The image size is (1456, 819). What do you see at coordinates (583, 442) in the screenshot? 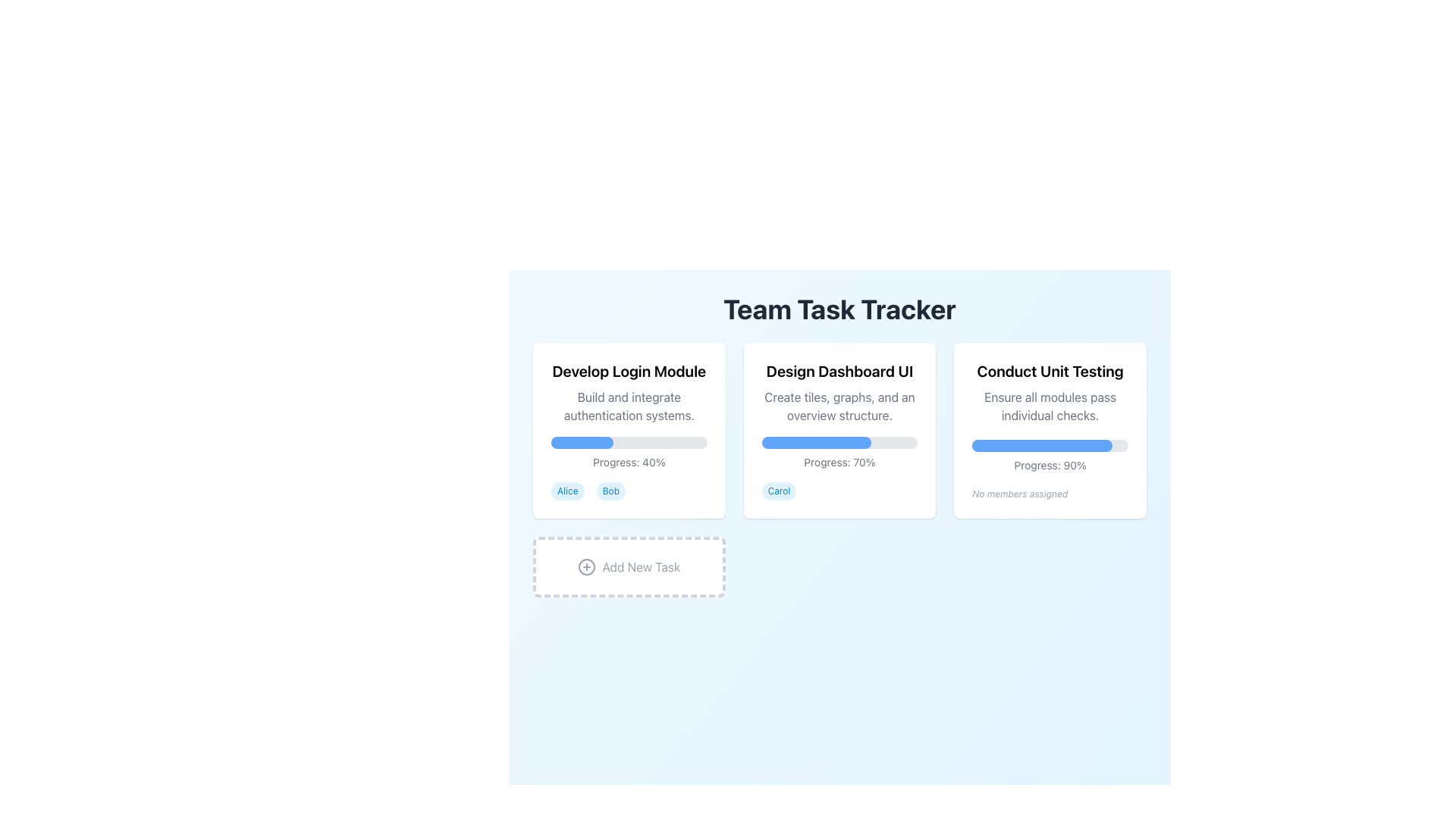
I see `the progress bar value` at bounding box center [583, 442].